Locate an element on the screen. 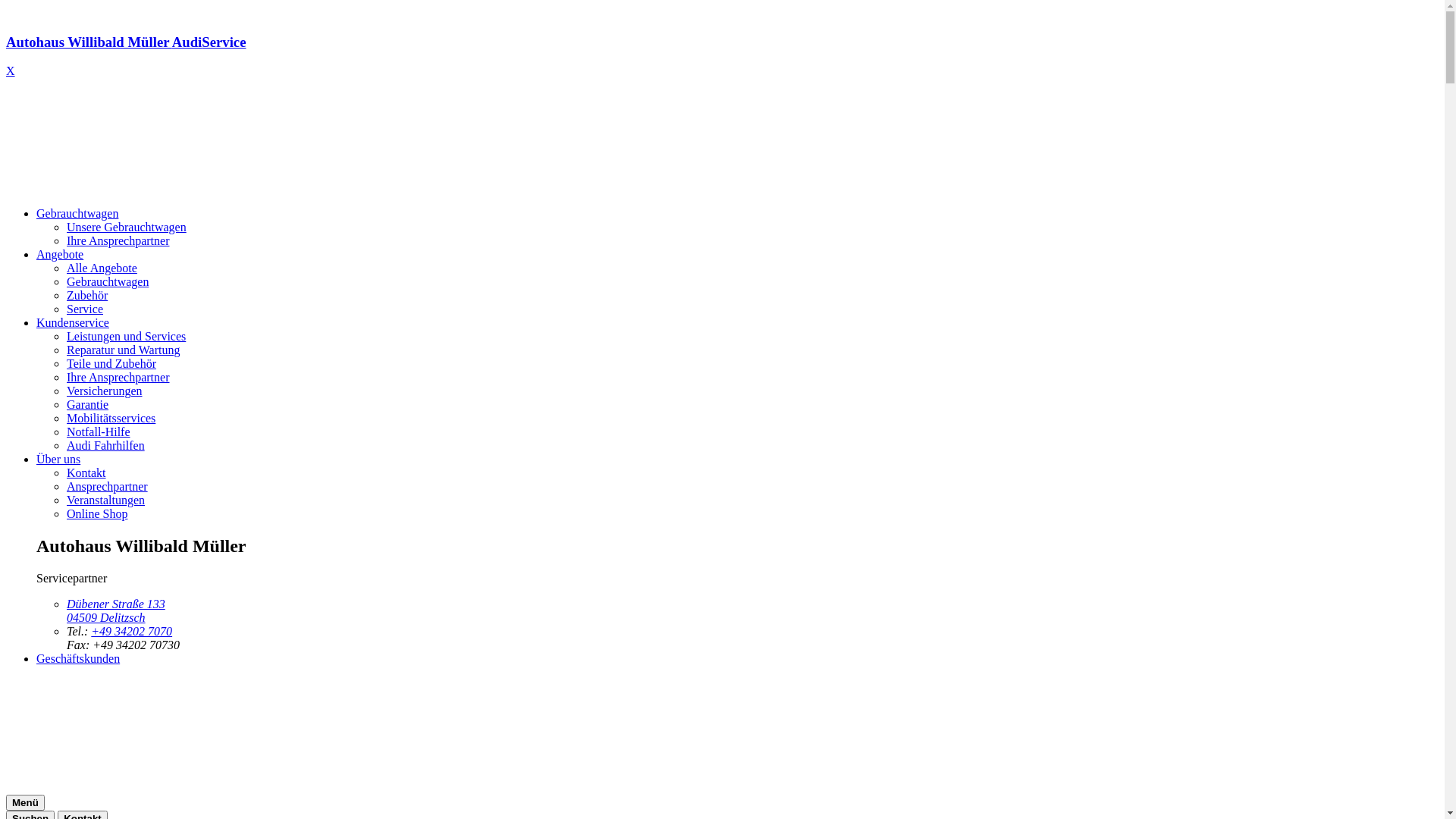 This screenshot has width=1456, height=819. 'Leistungen und Services' is located at coordinates (126, 335).